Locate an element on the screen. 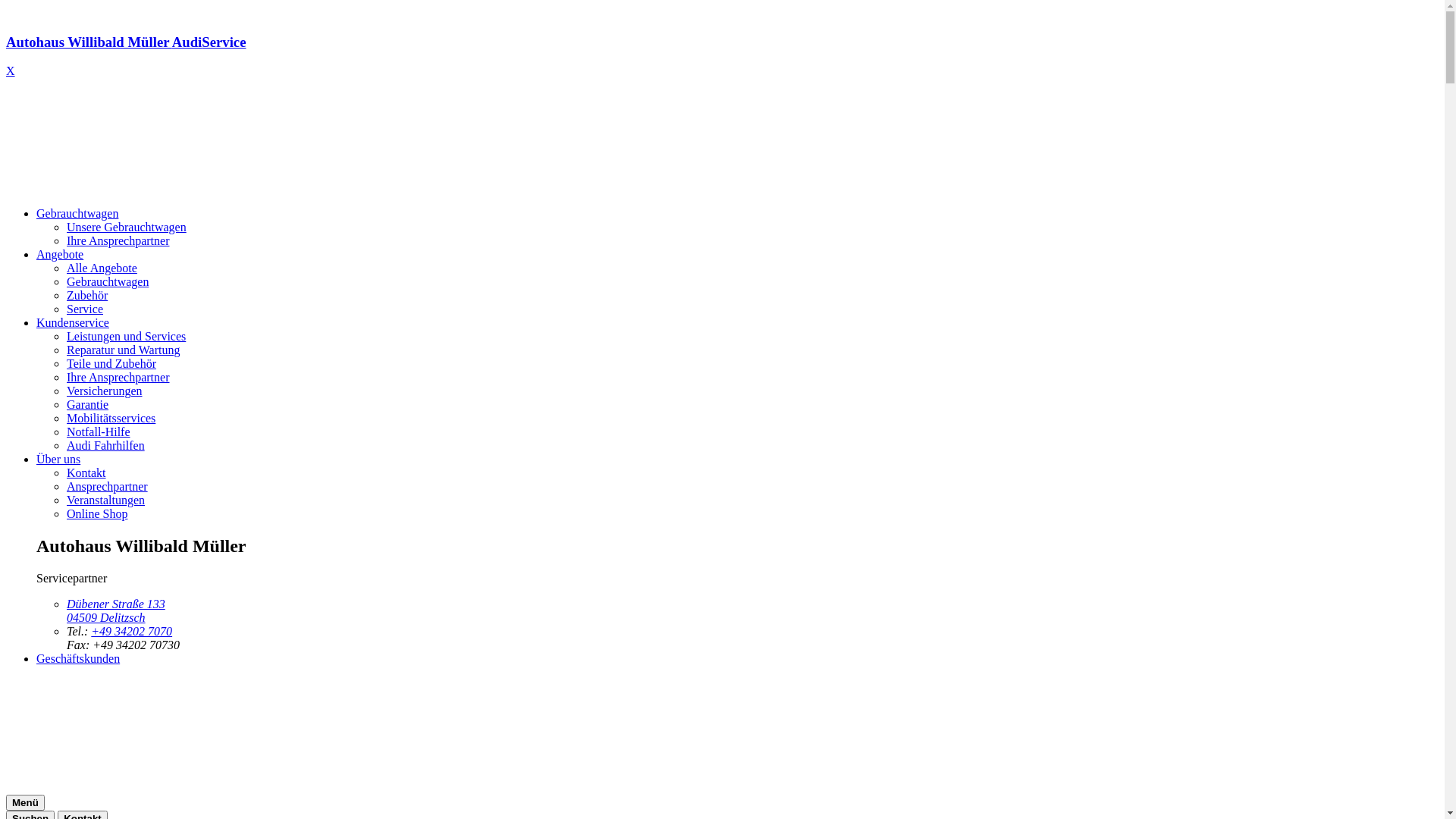 This screenshot has width=1456, height=819. 'Leistungen und Services' is located at coordinates (126, 335).